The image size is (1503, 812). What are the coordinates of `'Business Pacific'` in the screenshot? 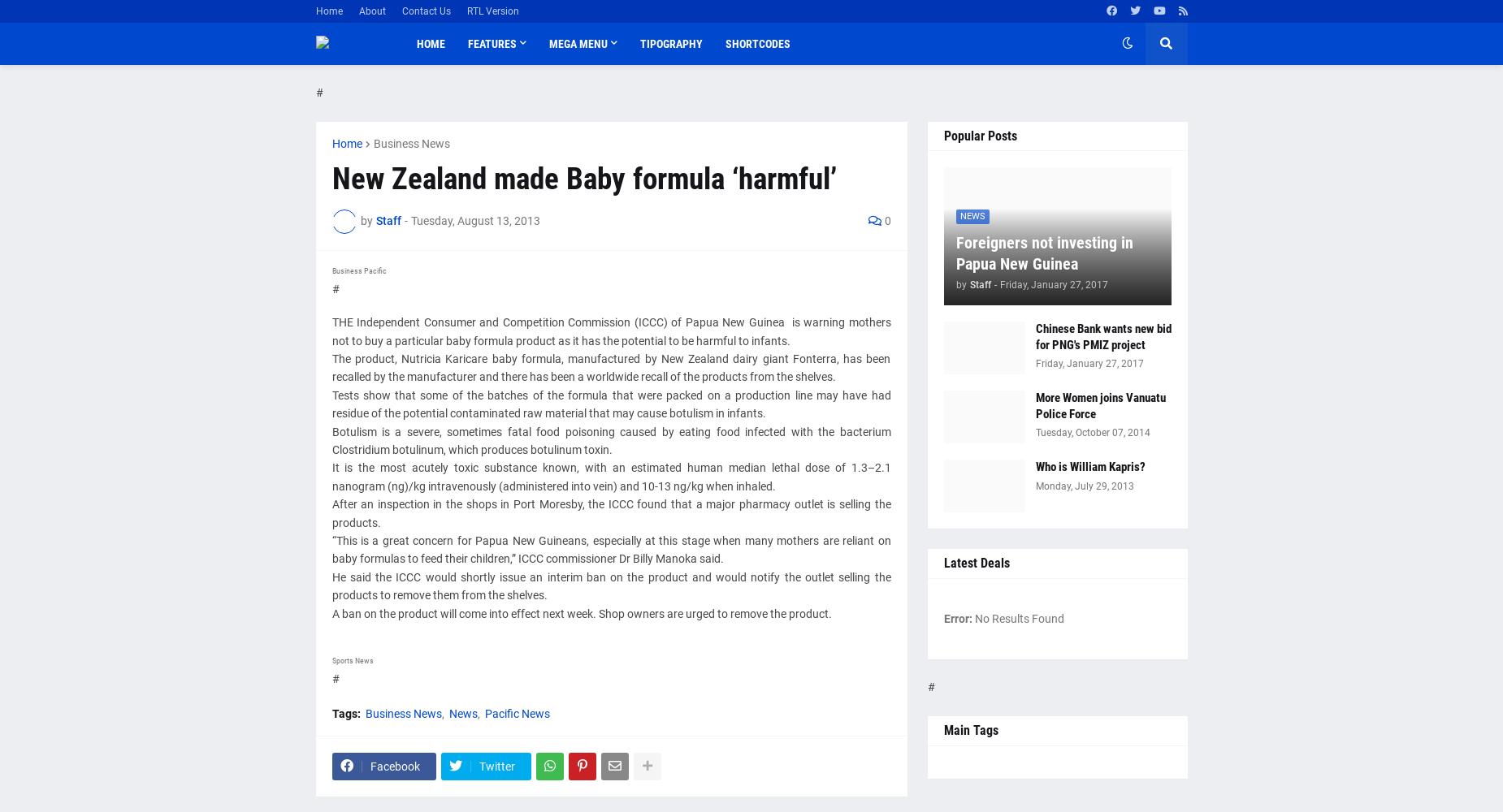 It's located at (357, 269).